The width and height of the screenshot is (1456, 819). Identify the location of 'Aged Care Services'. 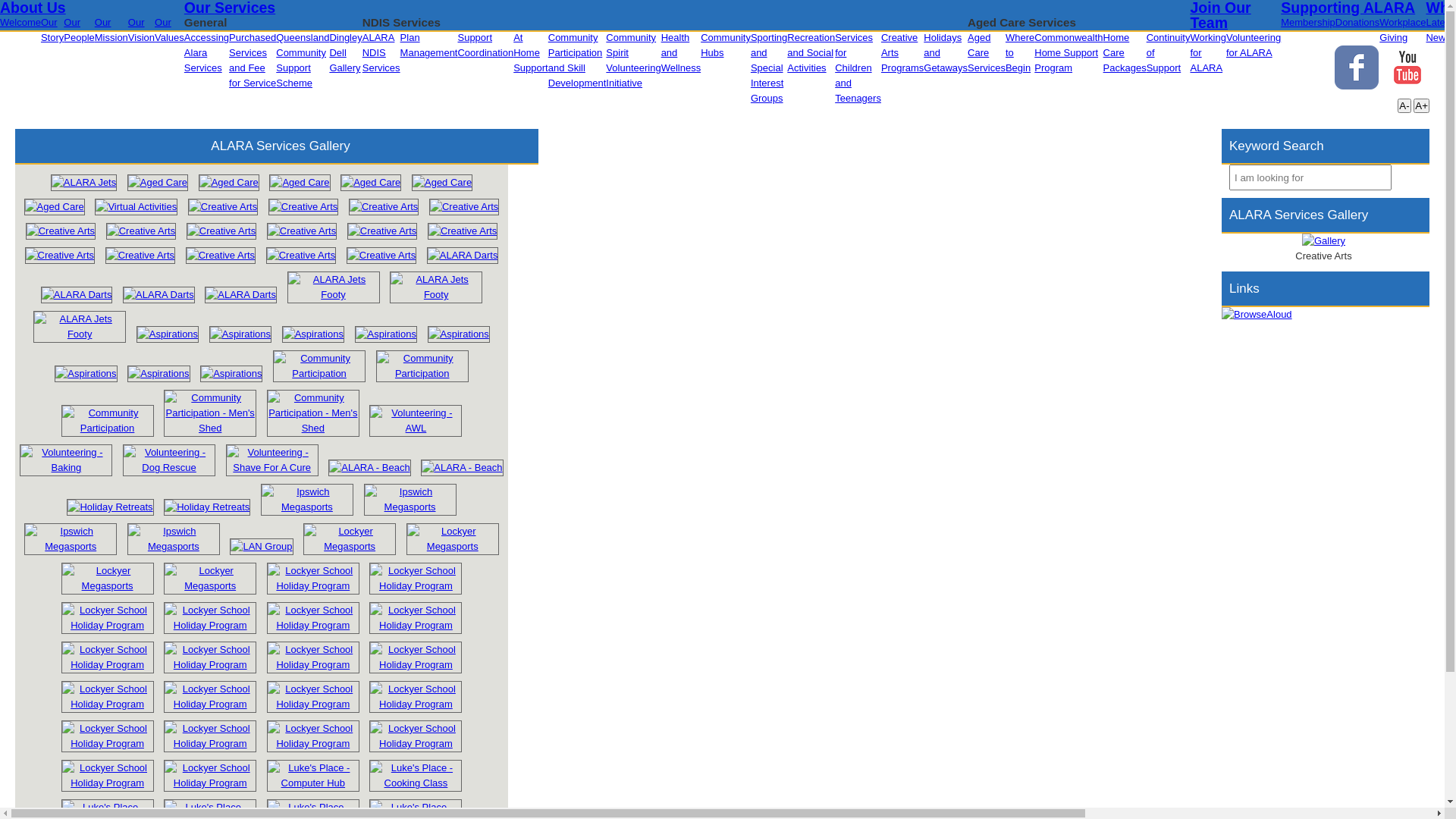
(986, 52).